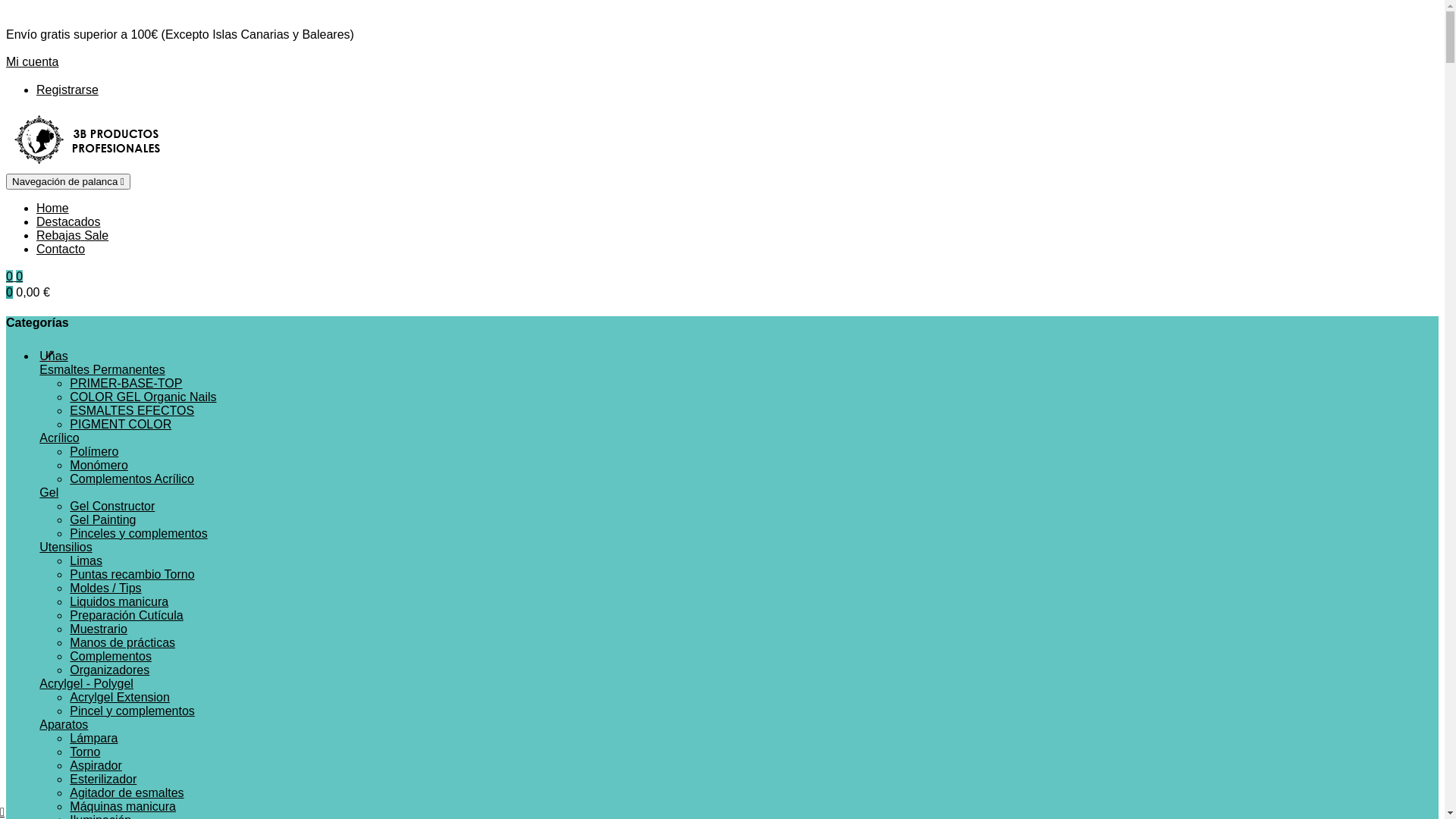 The height and width of the screenshot is (819, 1456). I want to click on 'Gel Painting', so click(102, 519).